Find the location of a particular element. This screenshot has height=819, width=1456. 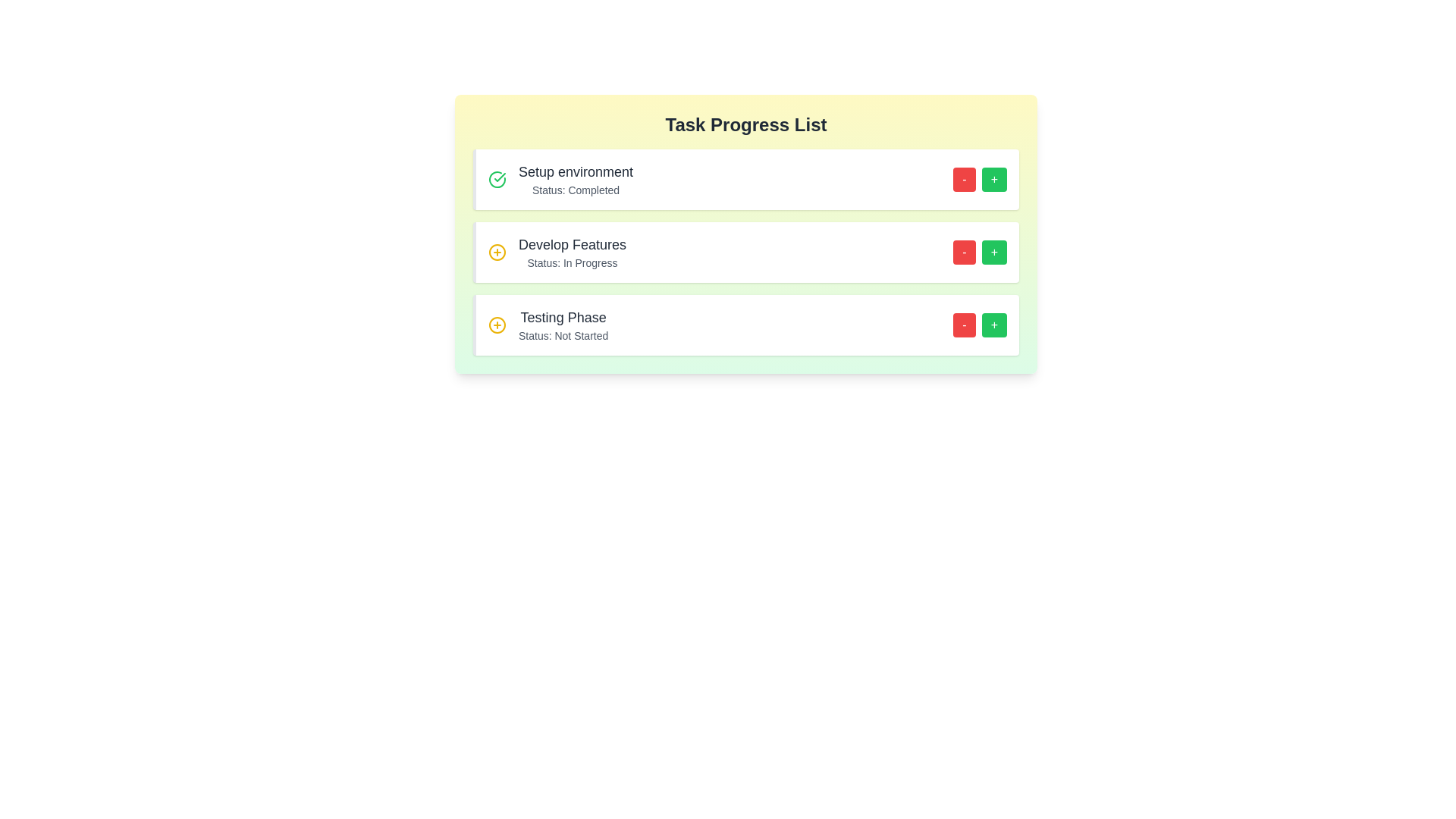

the decrease button for the task 'Testing Phase' is located at coordinates (964, 324).